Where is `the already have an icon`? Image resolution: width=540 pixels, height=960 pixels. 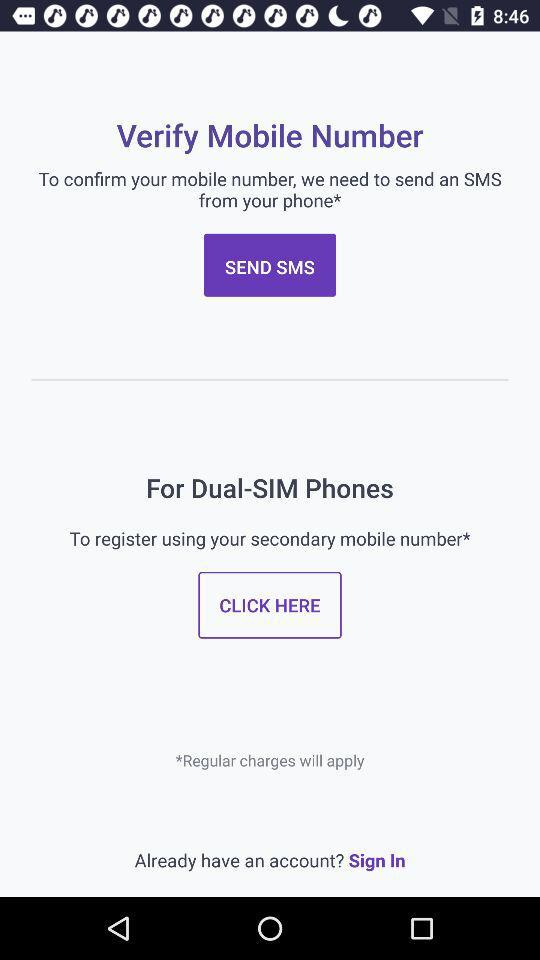
the already have an icon is located at coordinates (270, 859).